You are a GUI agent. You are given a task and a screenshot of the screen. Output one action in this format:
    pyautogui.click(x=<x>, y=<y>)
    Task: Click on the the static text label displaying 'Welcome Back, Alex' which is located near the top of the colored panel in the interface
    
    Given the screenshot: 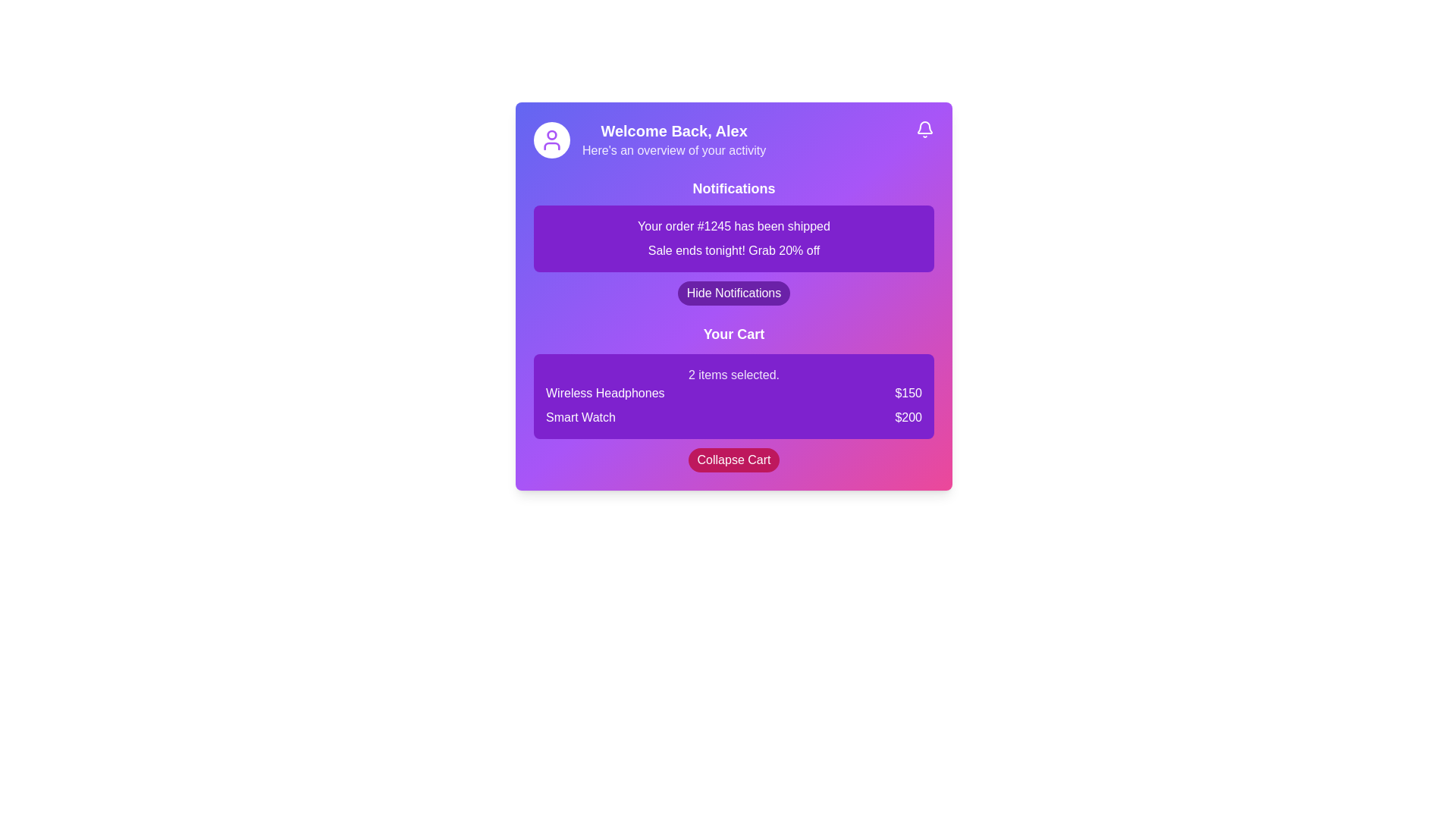 What is the action you would take?
    pyautogui.click(x=673, y=130)
    